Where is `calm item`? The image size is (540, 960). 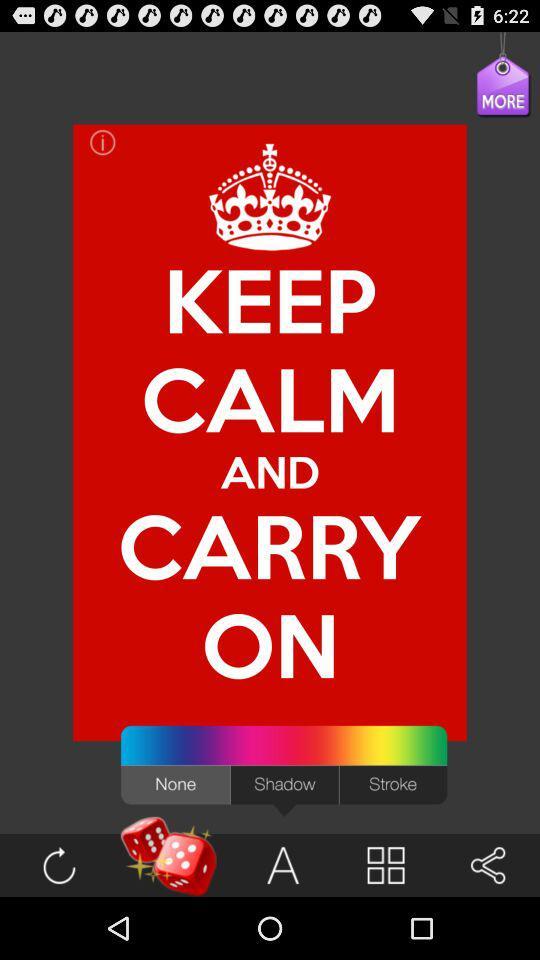 calm item is located at coordinates (270, 398).